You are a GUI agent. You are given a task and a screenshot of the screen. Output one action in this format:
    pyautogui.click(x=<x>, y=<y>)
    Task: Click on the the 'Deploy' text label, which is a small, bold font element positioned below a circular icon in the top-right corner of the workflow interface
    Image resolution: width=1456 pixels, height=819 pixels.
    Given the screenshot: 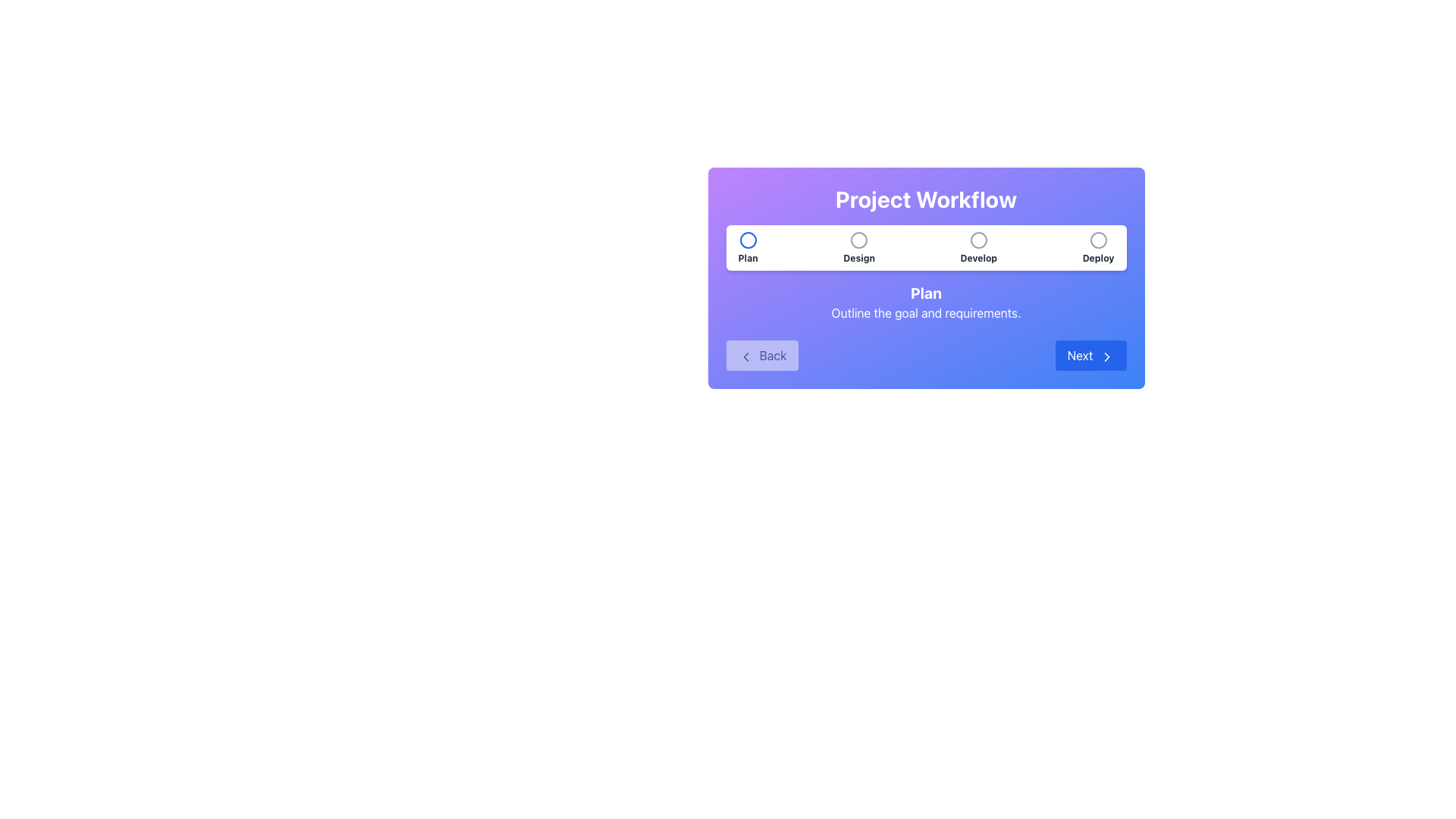 What is the action you would take?
    pyautogui.click(x=1098, y=257)
    